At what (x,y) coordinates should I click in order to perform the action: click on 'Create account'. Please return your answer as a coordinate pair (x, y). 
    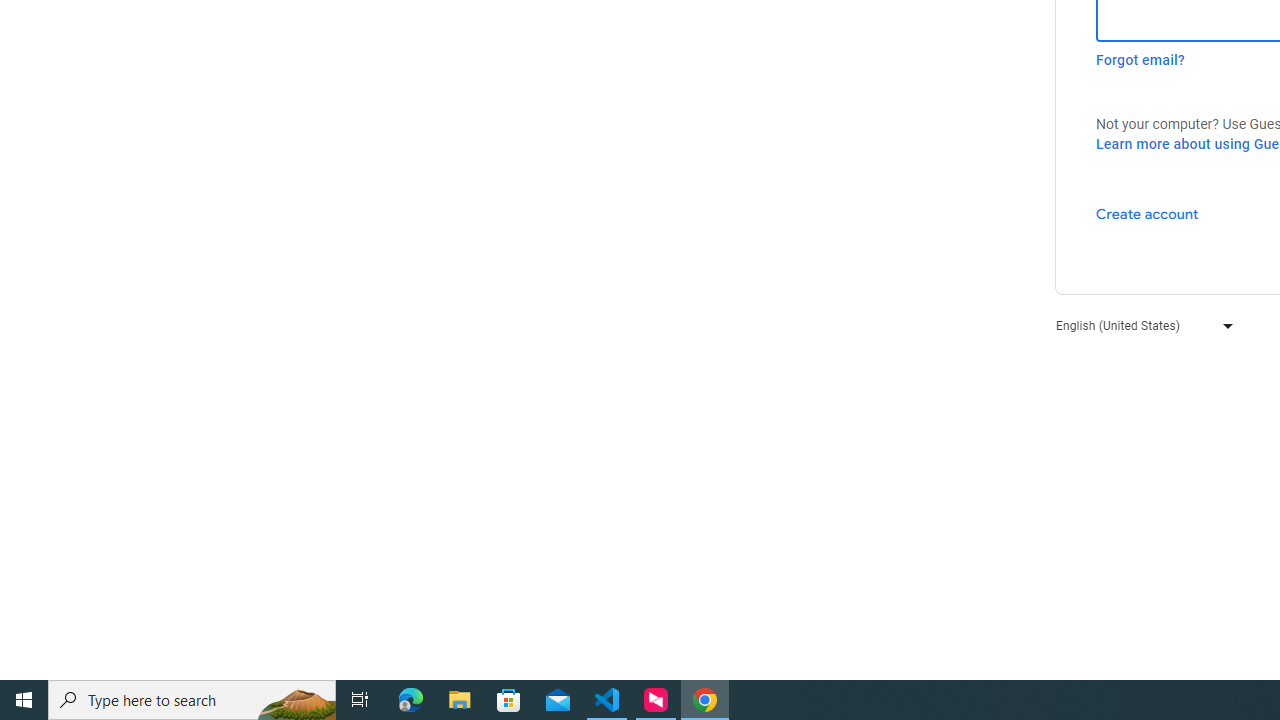
    Looking at the image, I should click on (1146, 213).